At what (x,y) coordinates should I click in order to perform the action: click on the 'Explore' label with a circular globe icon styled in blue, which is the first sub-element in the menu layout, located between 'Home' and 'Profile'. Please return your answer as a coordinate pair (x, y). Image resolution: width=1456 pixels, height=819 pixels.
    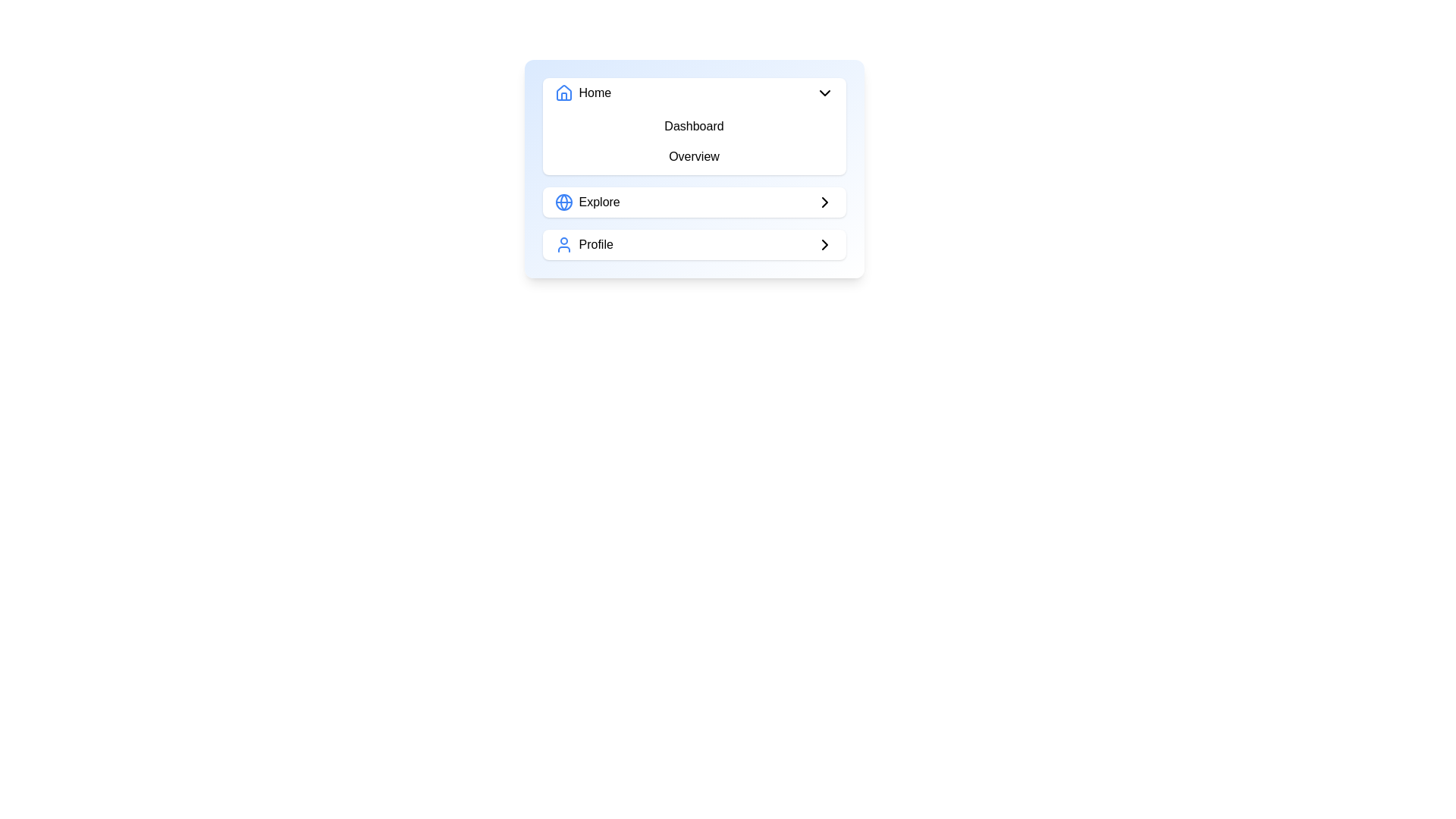
    Looking at the image, I should click on (586, 201).